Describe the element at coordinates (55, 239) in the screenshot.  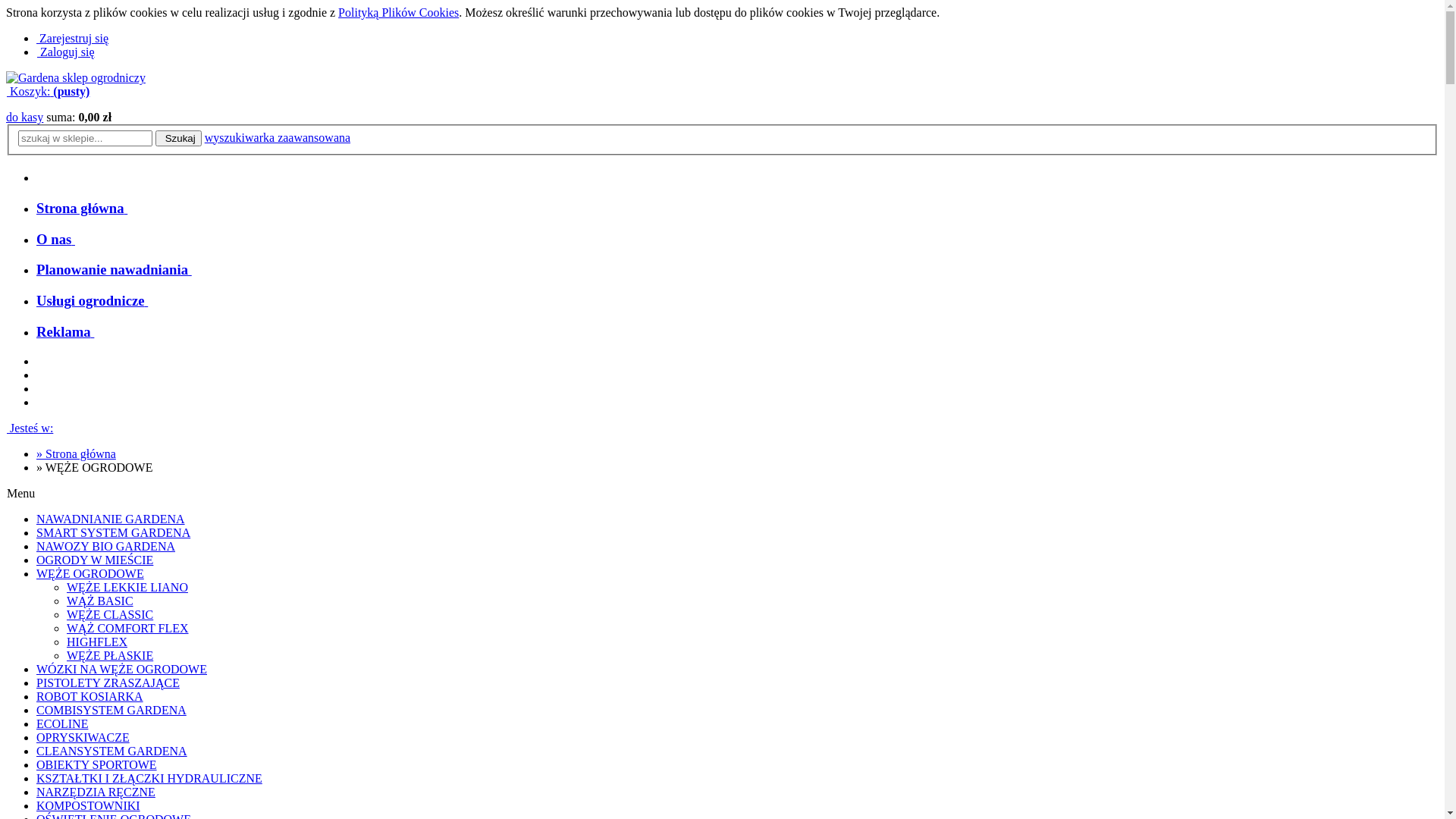
I see `'O nas'` at that location.